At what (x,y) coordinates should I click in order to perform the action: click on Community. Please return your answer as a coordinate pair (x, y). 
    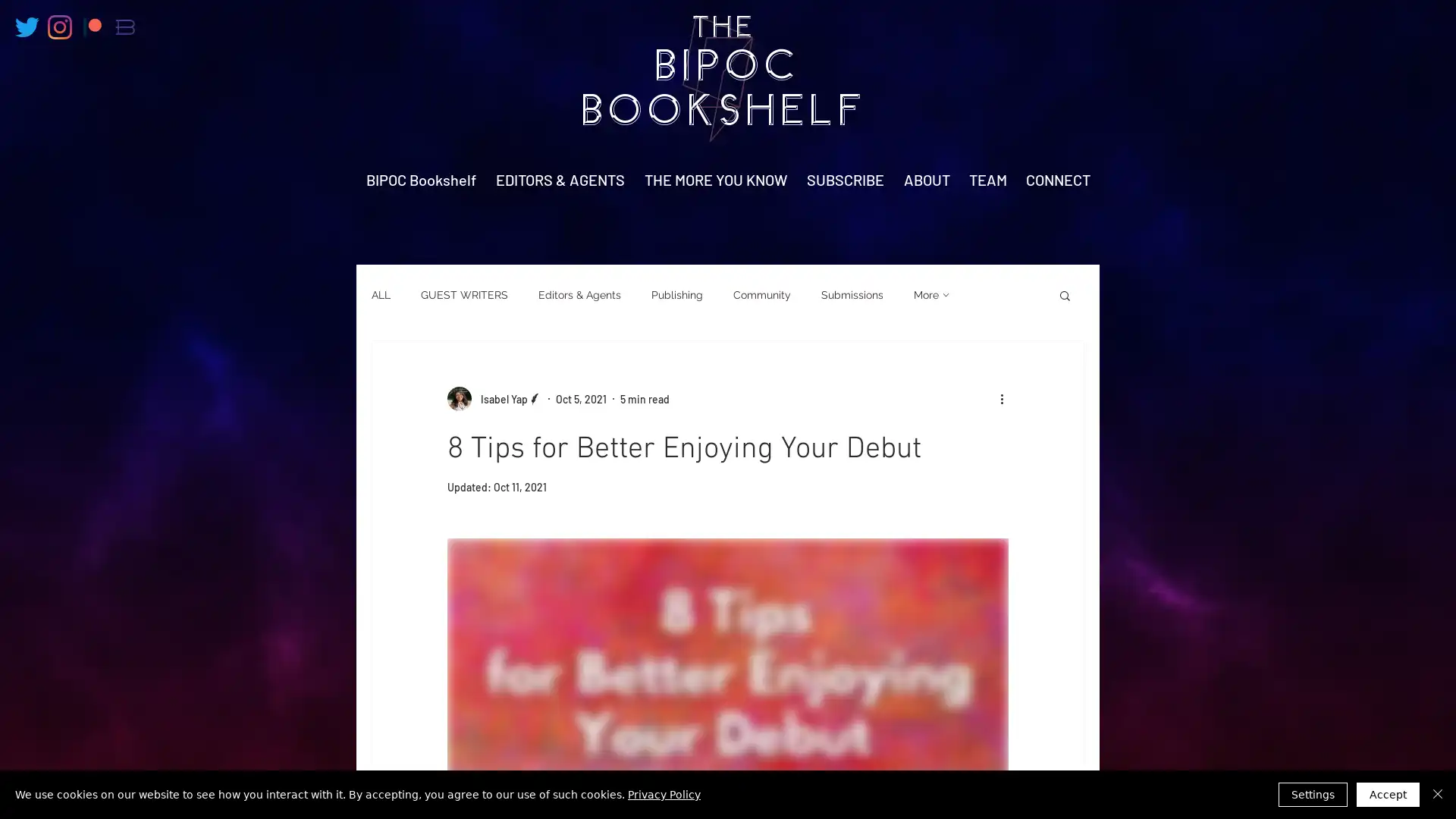
    Looking at the image, I should click on (761, 295).